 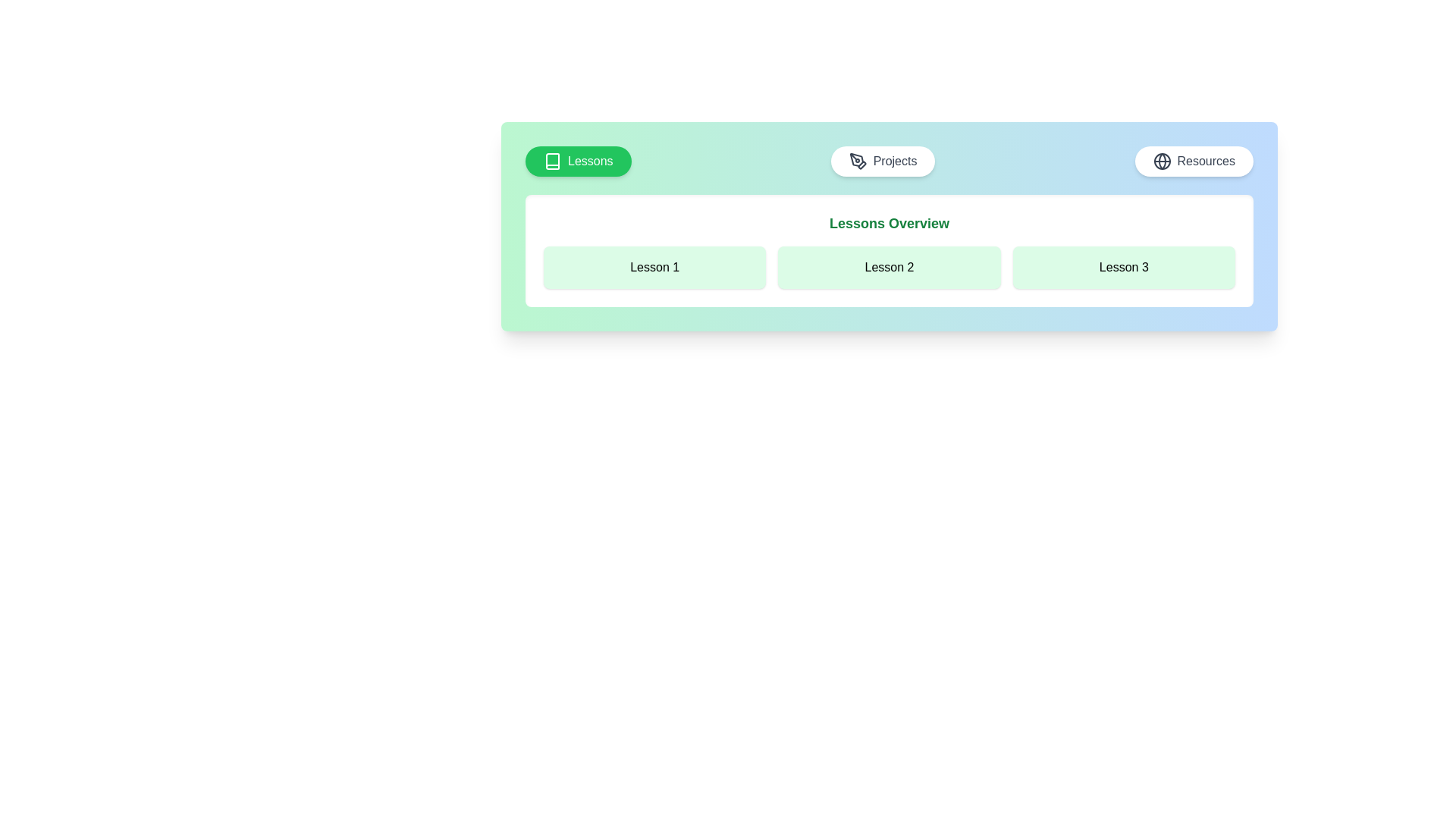 What do you see at coordinates (1161, 161) in the screenshot?
I see `the globe icon within the 'Resources' button` at bounding box center [1161, 161].